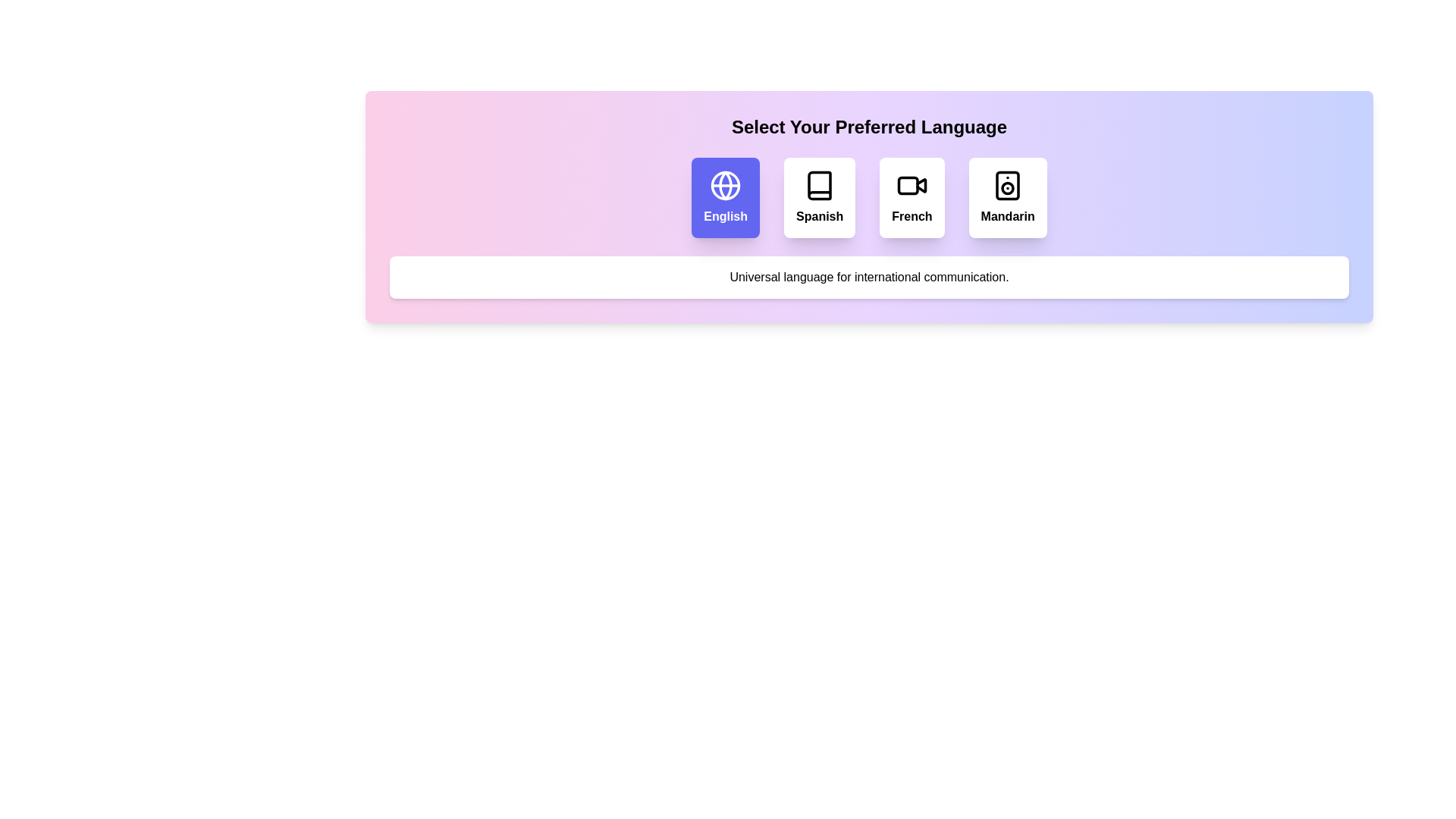 This screenshot has width=1456, height=819. What do you see at coordinates (818, 197) in the screenshot?
I see `the language option Spanish to observe the interaction feedback` at bounding box center [818, 197].